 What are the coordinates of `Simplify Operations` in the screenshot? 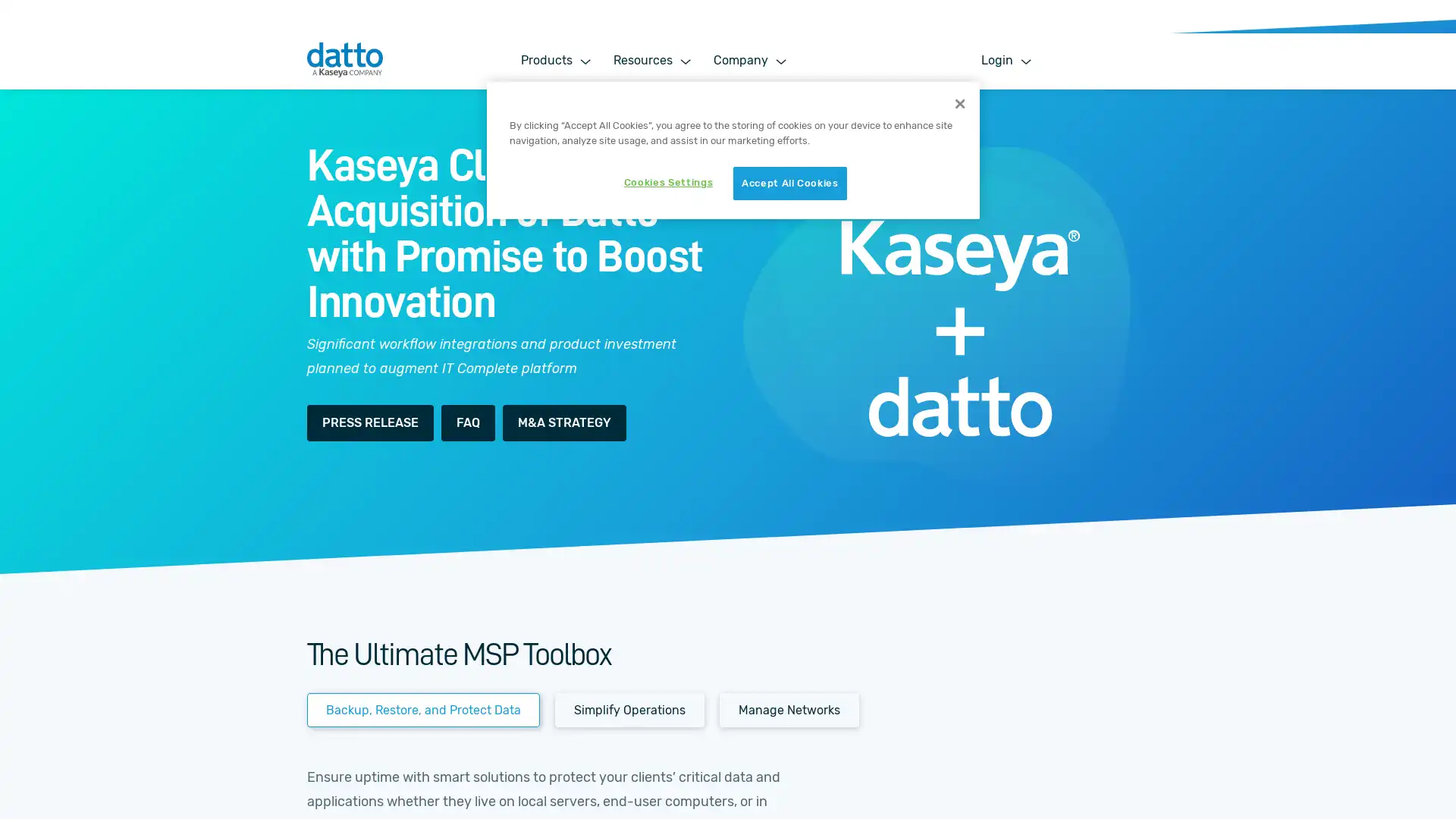 It's located at (629, 710).